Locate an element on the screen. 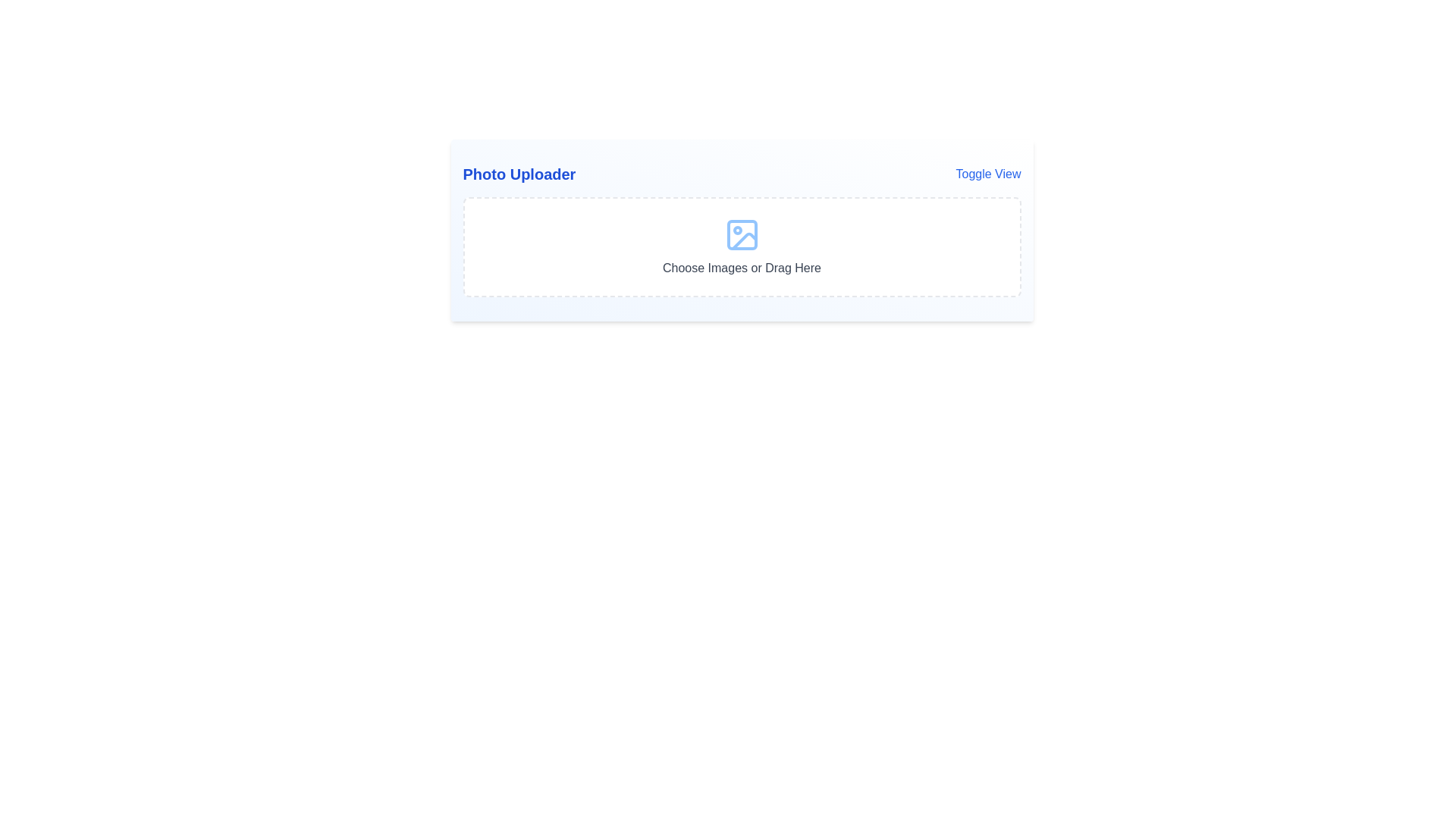 This screenshot has width=1456, height=819. the interactive area for file input functionality, which has a dashed border, rounded corners, and contains a blue image icon with the text 'Choose Images or Drag Here' is located at coordinates (742, 246).